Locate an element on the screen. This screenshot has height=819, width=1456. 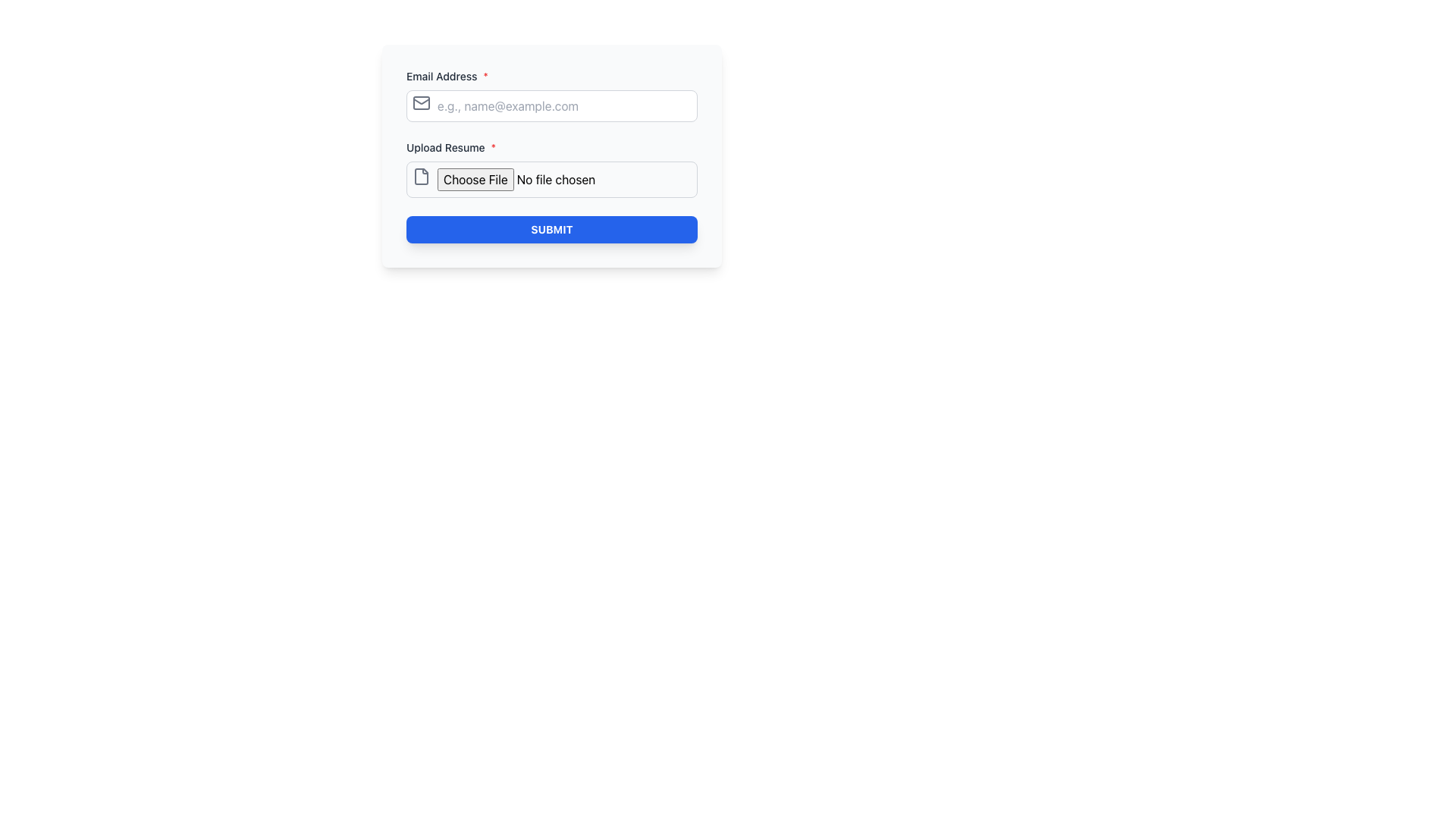
the Decorative Icon located in the 'Upload Resume' section, which is directly to the left of the 'Choose File' input field is located at coordinates (422, 175).